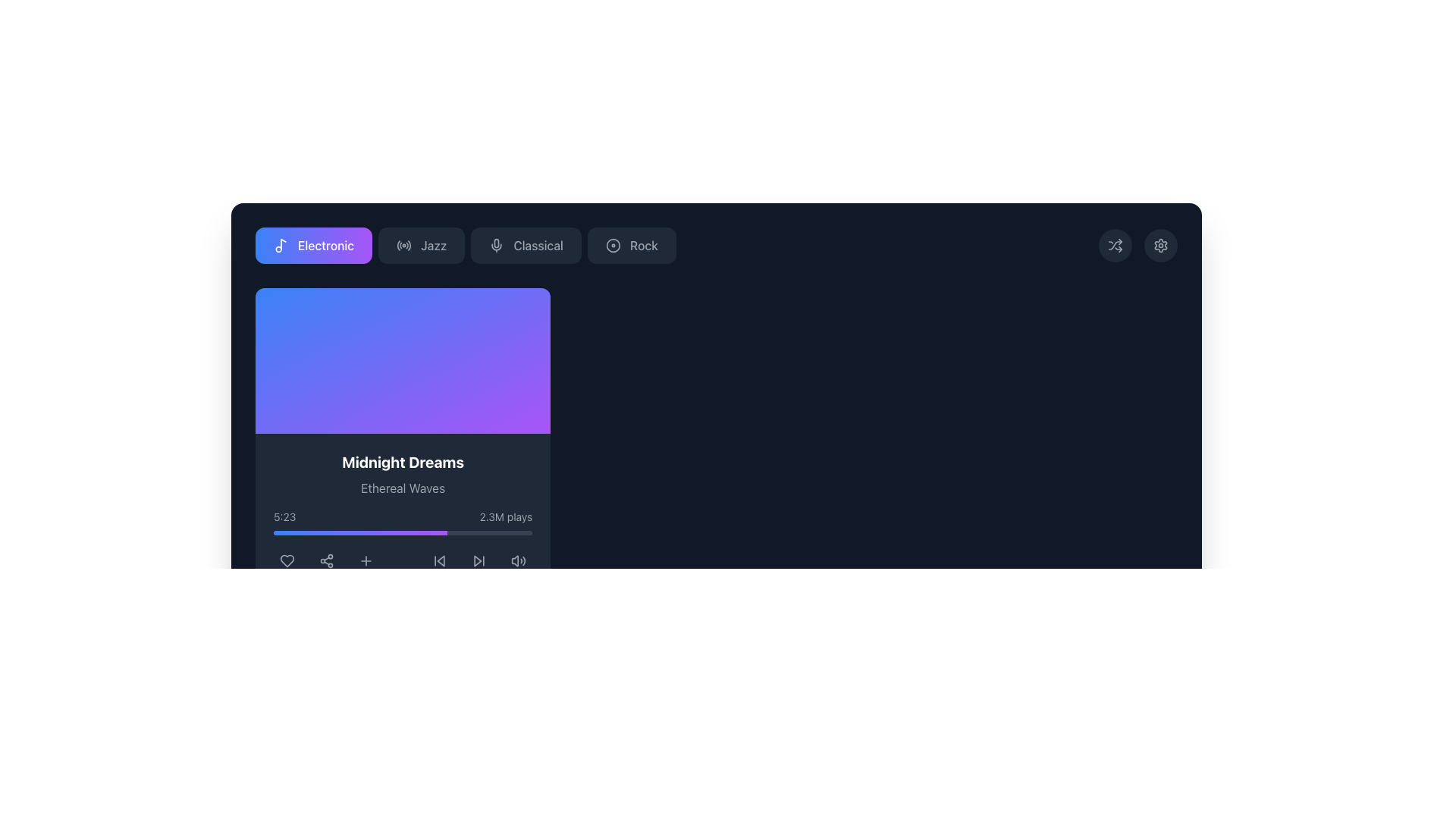 The width and height of the screenshot is (1456, 819). Describe the element at coordinates (287, 561) in the screenshot. I see `the 'like' button with an SVG icon inside, located at the bottom section of the music player interface, which is the first control in a row of playback options` at that location.